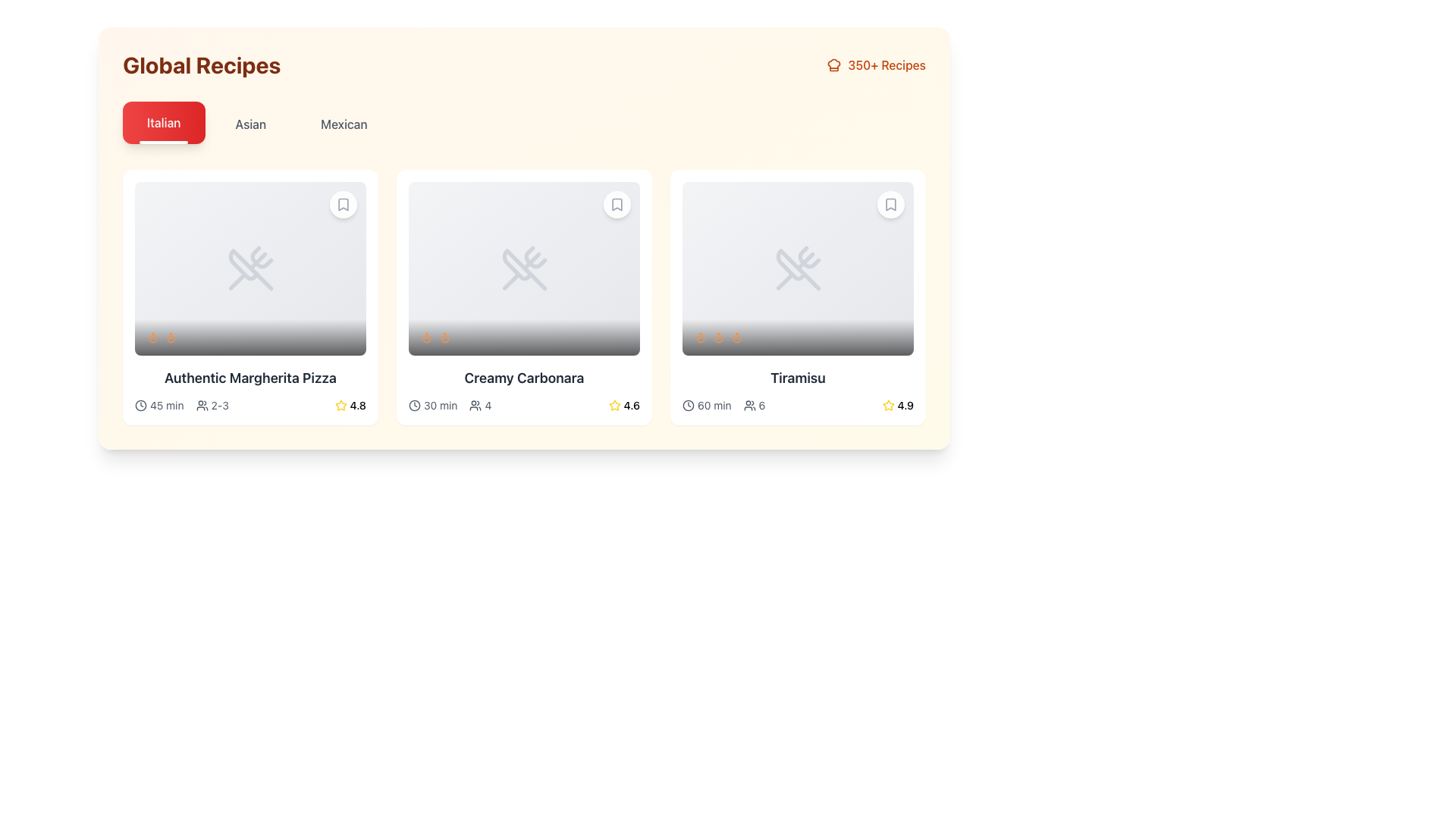 The height and width of the screenshot is (819, 1456). I want to click on the rating icon for the recipe 'Authentic Margherita Pizza' located in the Italian recipes section, which is adjacent to the rating value '4.8', so click(340, 404).